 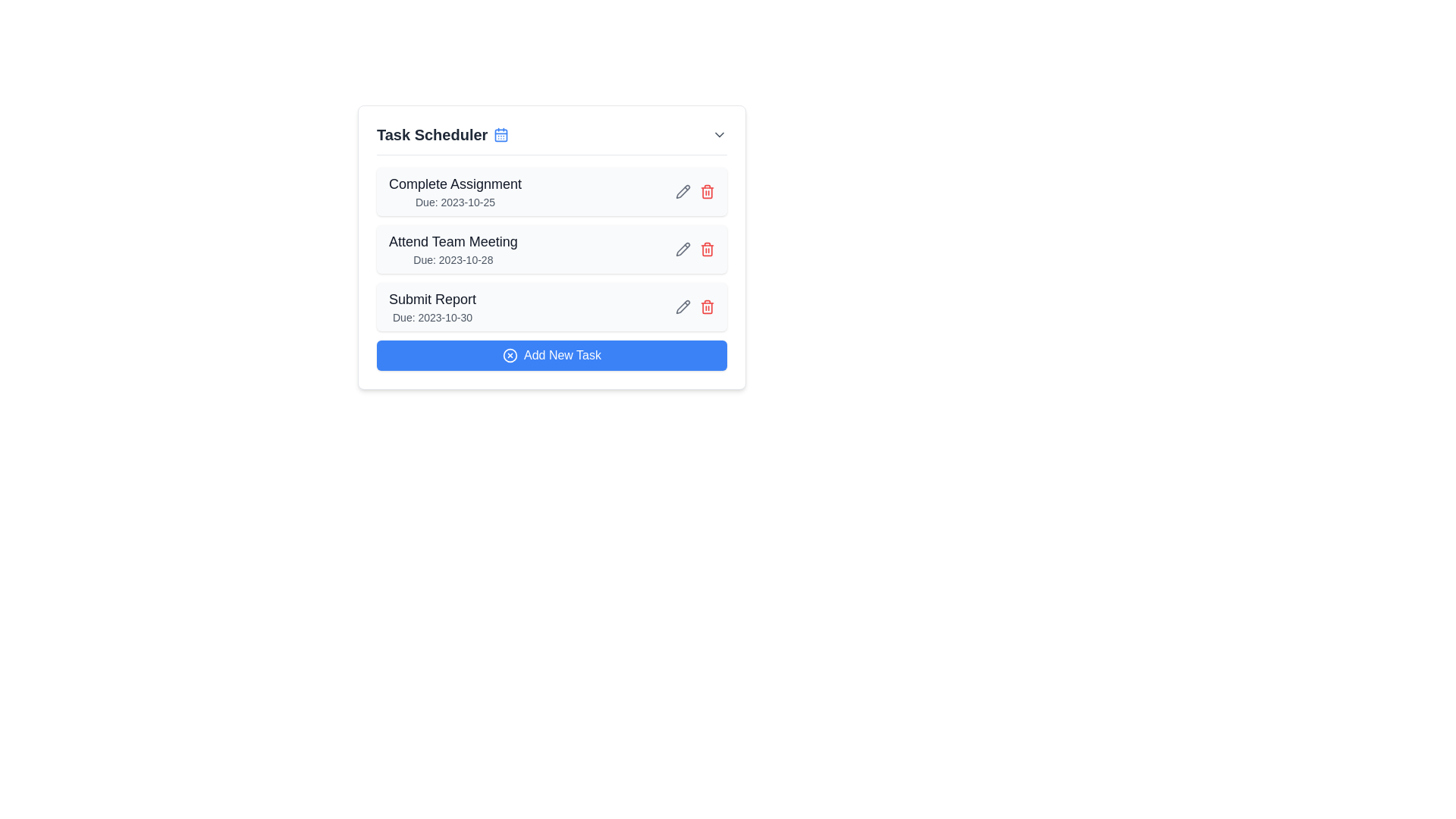 I want to click on the downward-facing chevron icon located in the upper-right corner of the 'Task Scheduler' section, so click(x=719, y=133).